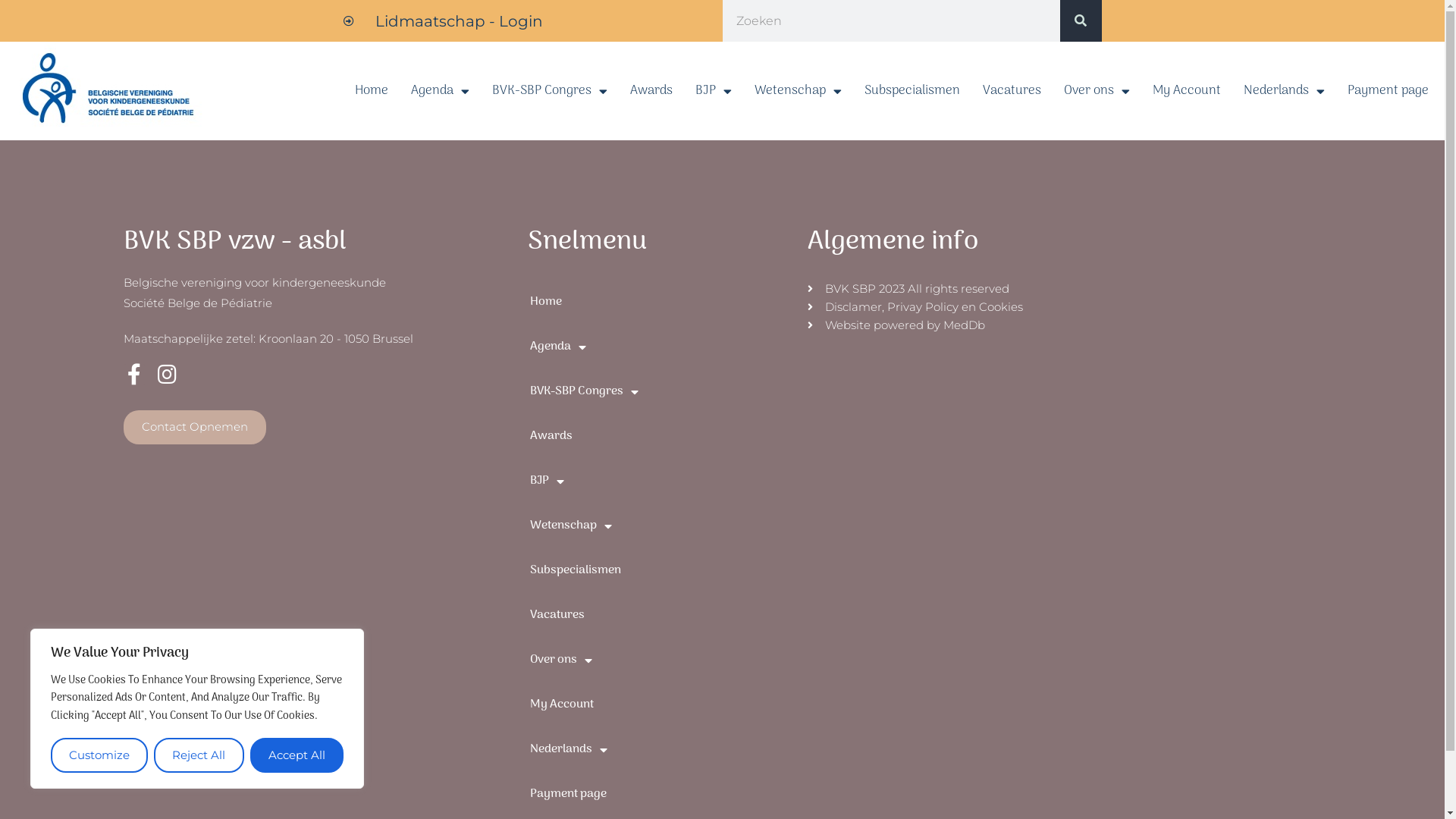  I want to click on 'Reject All', so click(198, 755).